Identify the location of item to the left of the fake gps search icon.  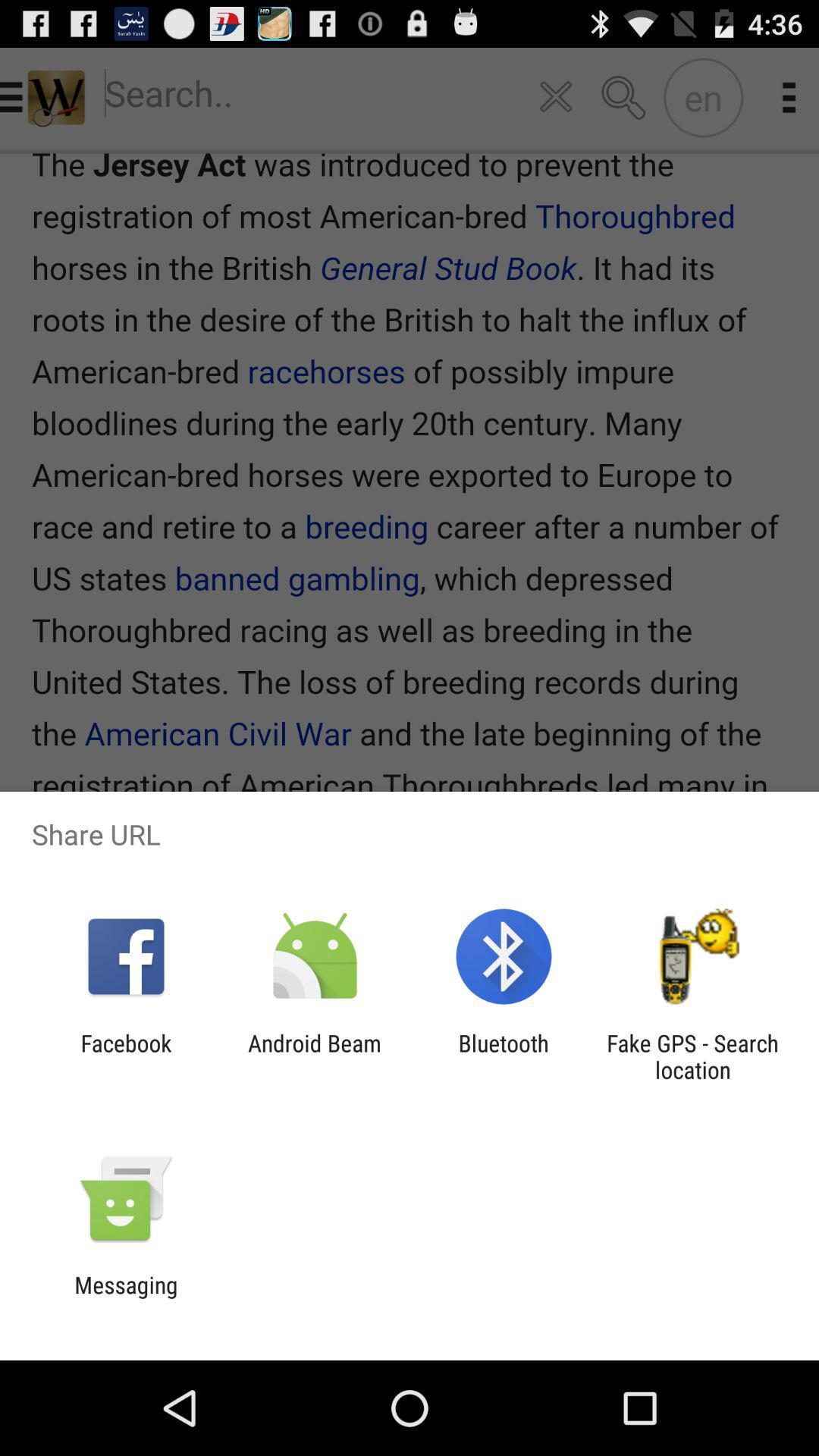
(504, 1056).